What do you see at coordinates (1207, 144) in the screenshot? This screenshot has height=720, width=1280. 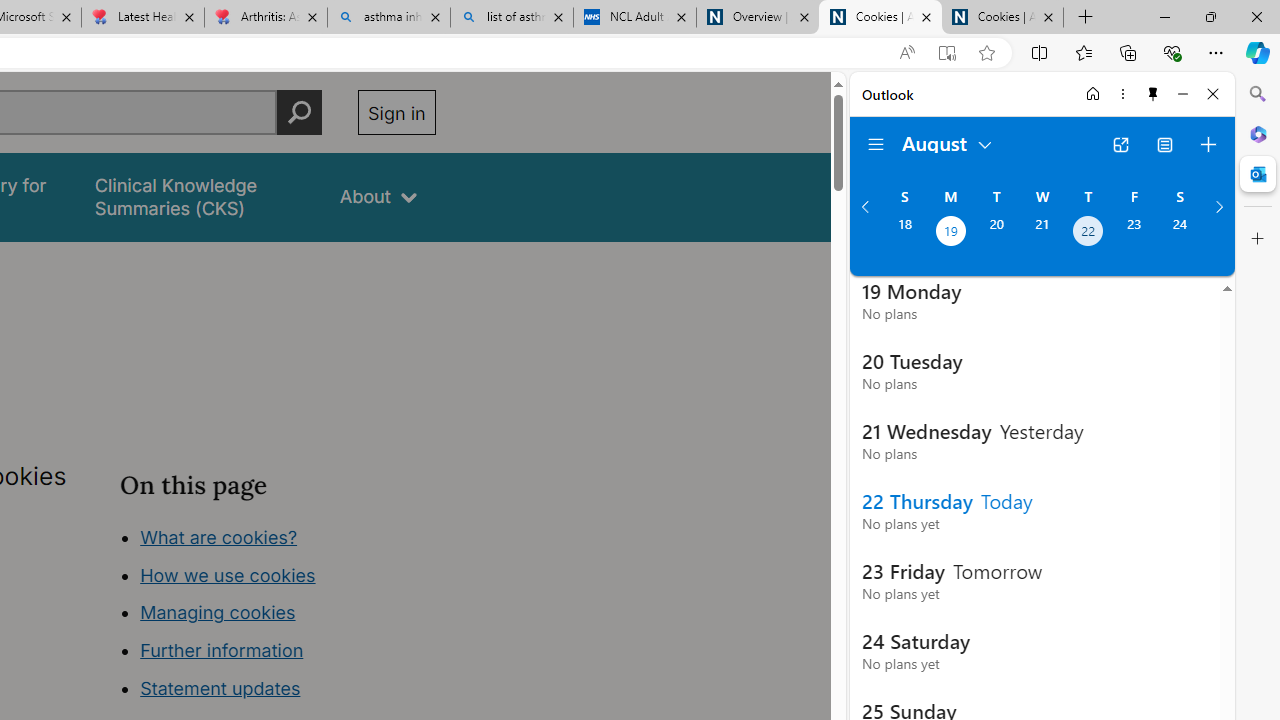 I see `'Create event'` at bounding box center [1207, 144].